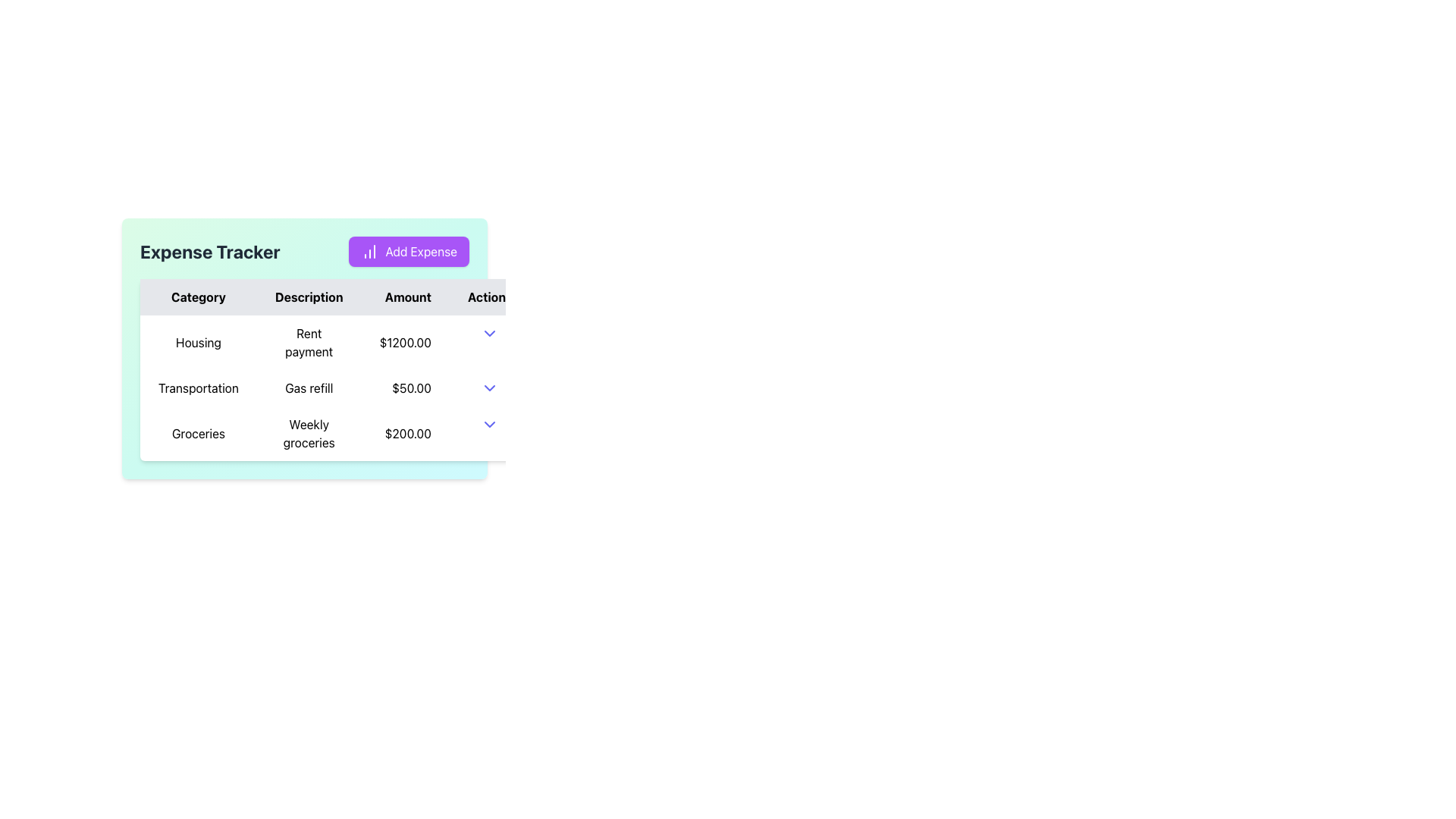 Image resolution: width=1456 pixels, height=819 pixels. What do you see at coordinates (308, 388) in the screenshot?
I see `the 'Transportation' description label in the expense tracker table to use it as context for adjacent elements` at bounding box center [308, 388].